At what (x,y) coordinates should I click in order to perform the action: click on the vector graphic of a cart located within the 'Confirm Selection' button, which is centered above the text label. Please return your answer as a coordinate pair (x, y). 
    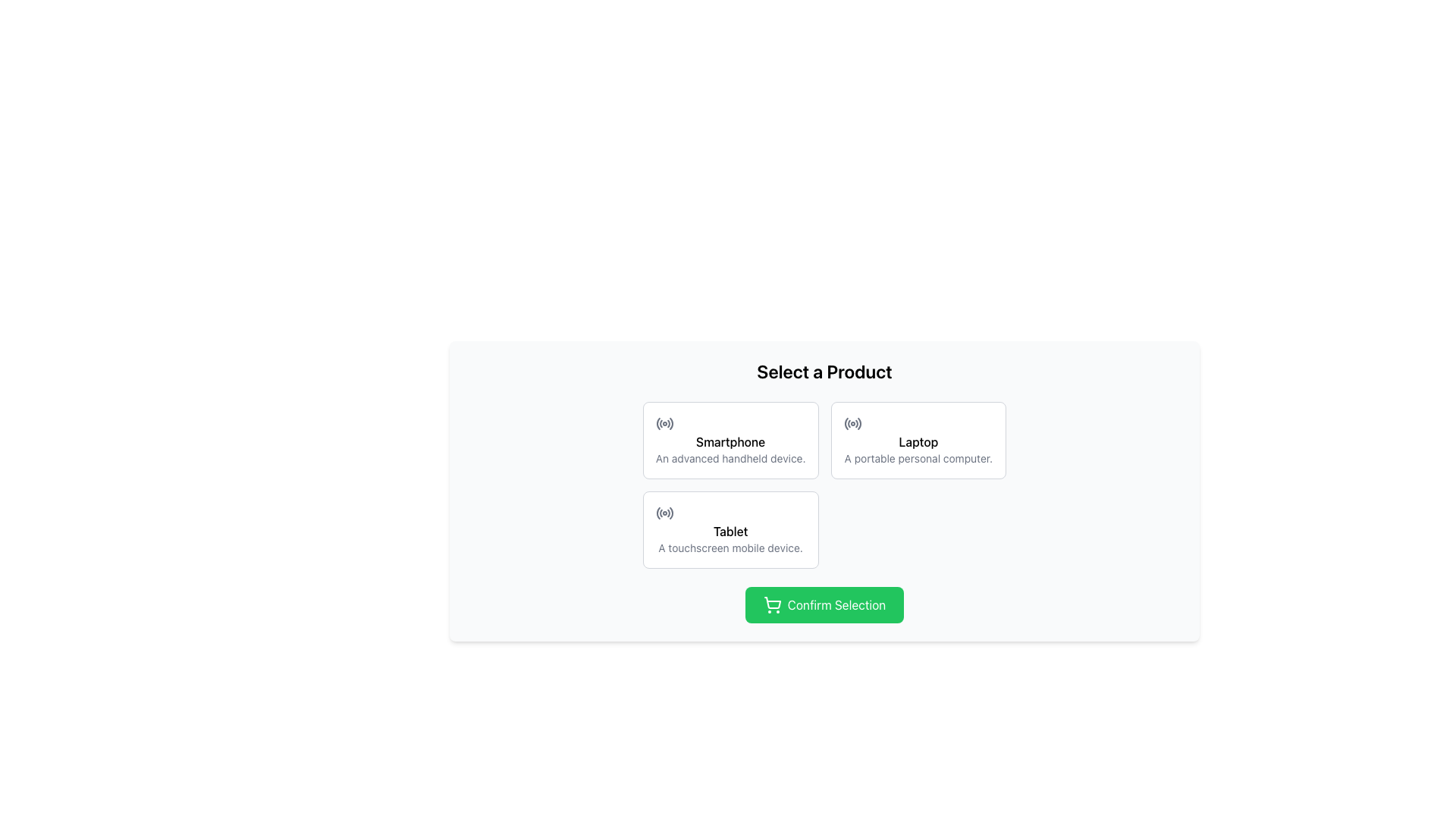
    Looking at the image, I should click on (772, 602).